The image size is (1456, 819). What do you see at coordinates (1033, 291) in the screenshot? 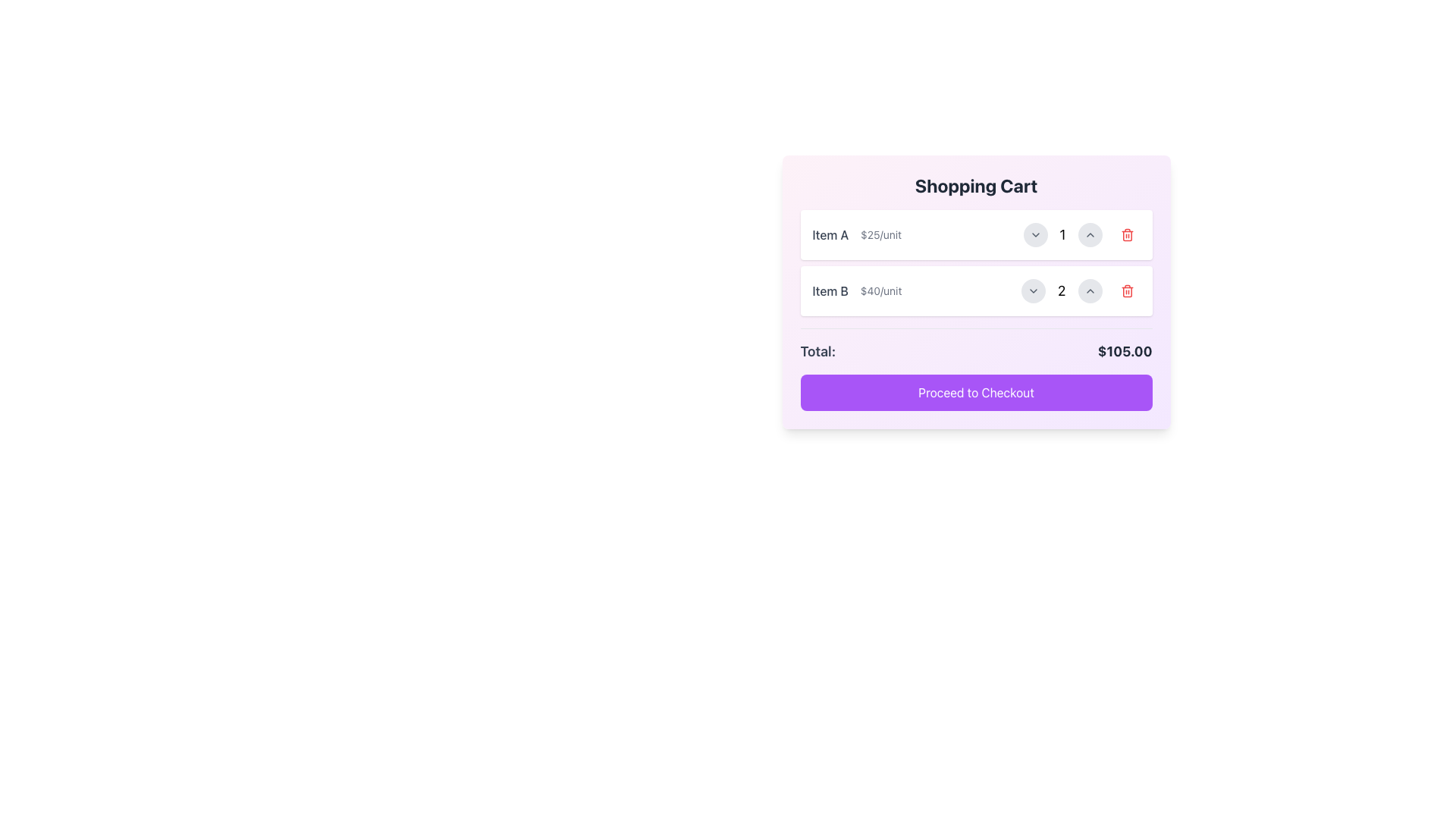
I see `the circular dropdown button with a light gray background located next to the quantity number '2' for 'Item B' in the shopping cart interface` at bounding box center [1033, 291].